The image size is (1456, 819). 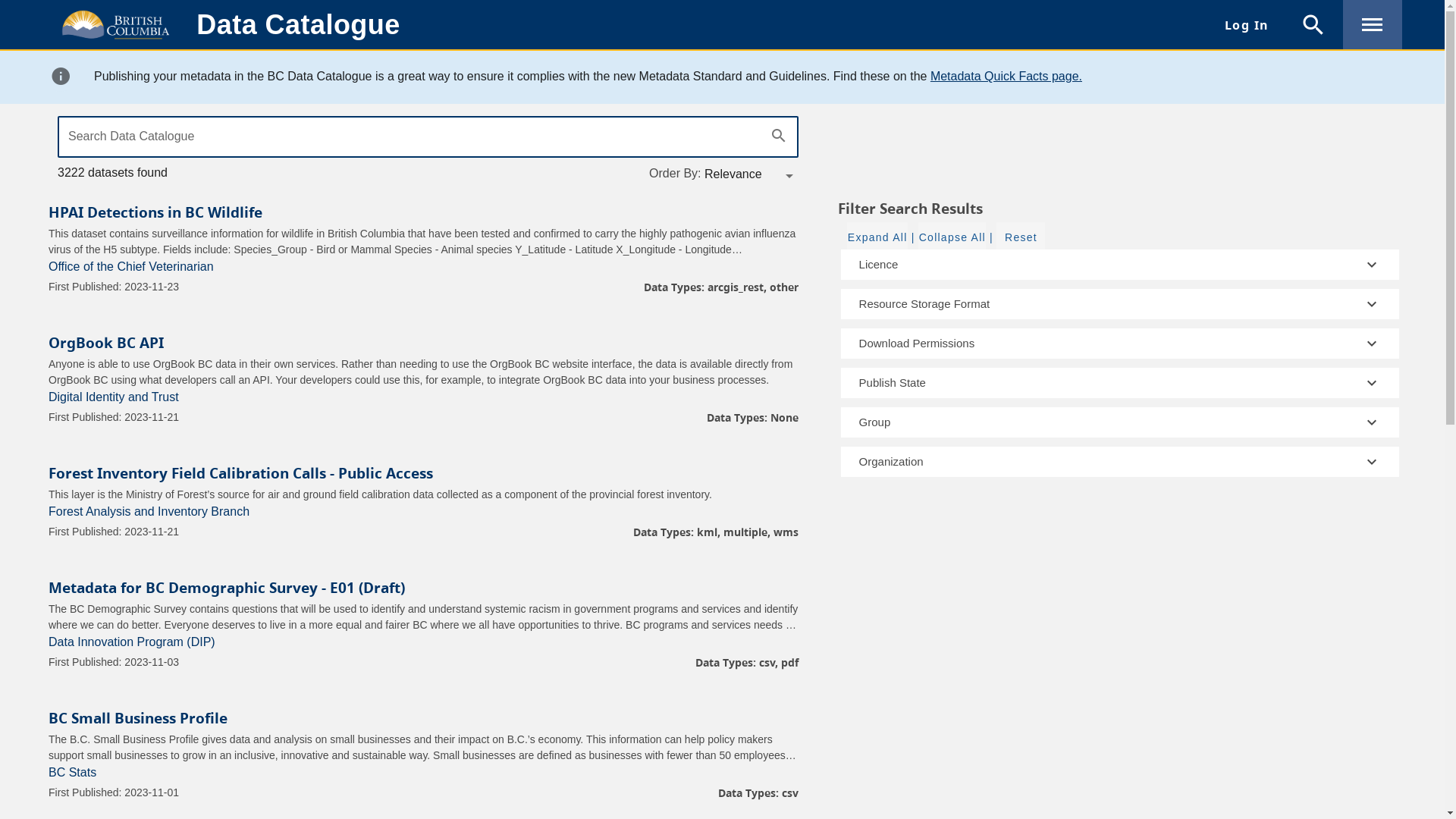 What do you see at coordinates (149, 511) in the screenshot?
I see `'Forest Analysis and Inventory Branch'` at bounding box center [149, 511].